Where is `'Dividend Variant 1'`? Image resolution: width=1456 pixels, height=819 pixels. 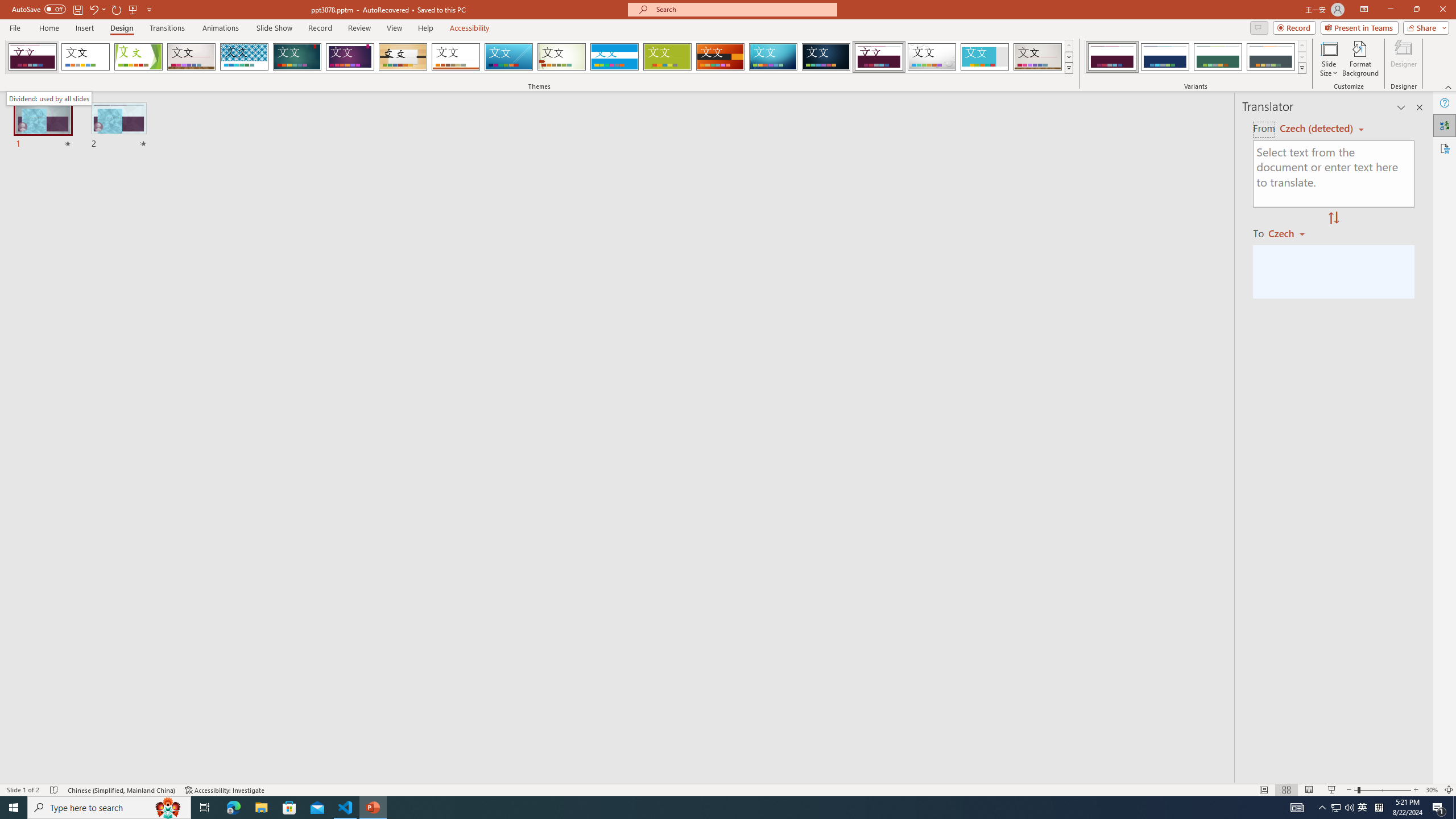 'Dividend Variant 1' is located at coordinates (1111, 56).